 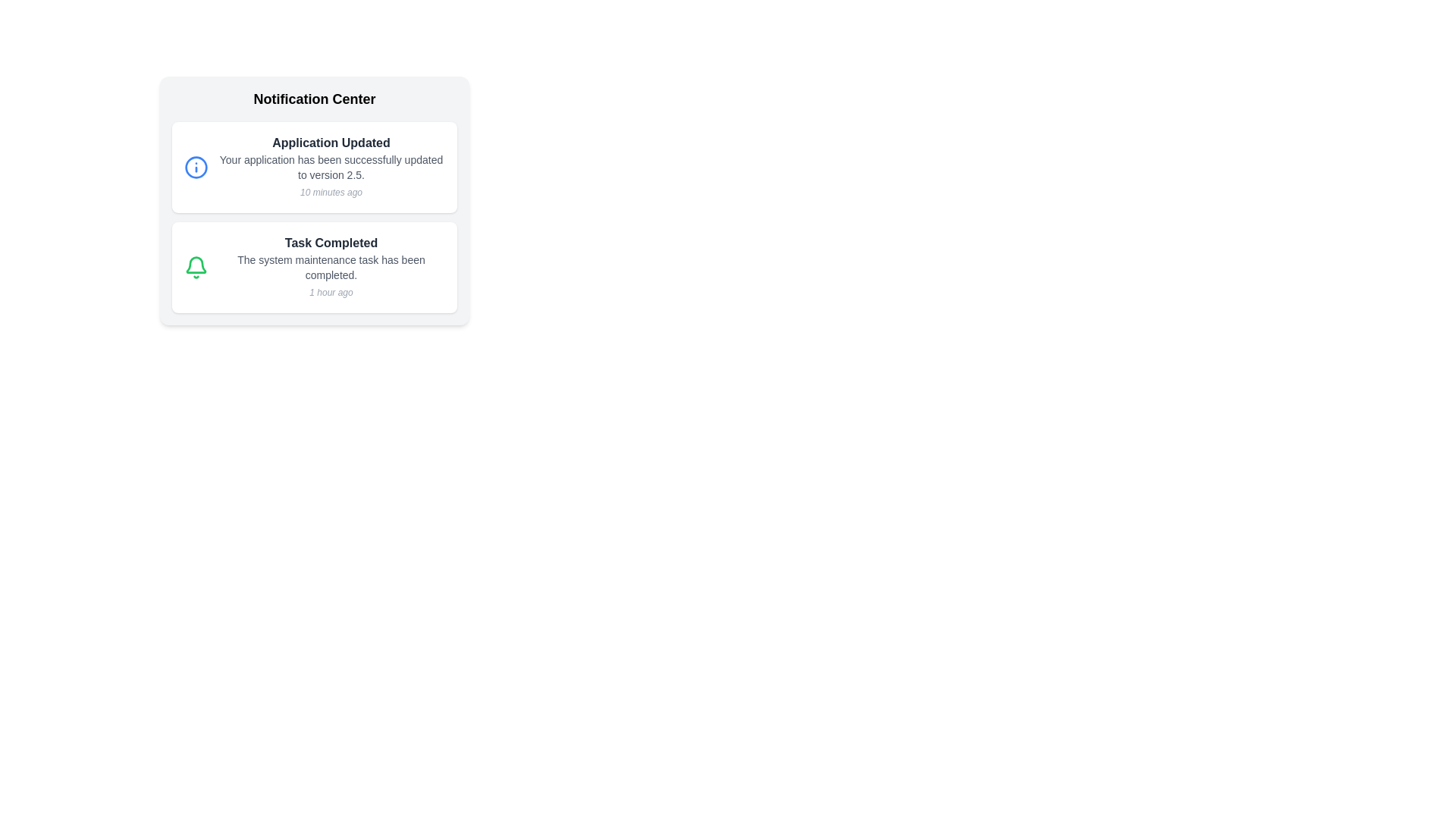 I want to click on the 'Task Completed' notification icon located in the second notification card under the header 'Notification Center', so click(x=196, y=267).